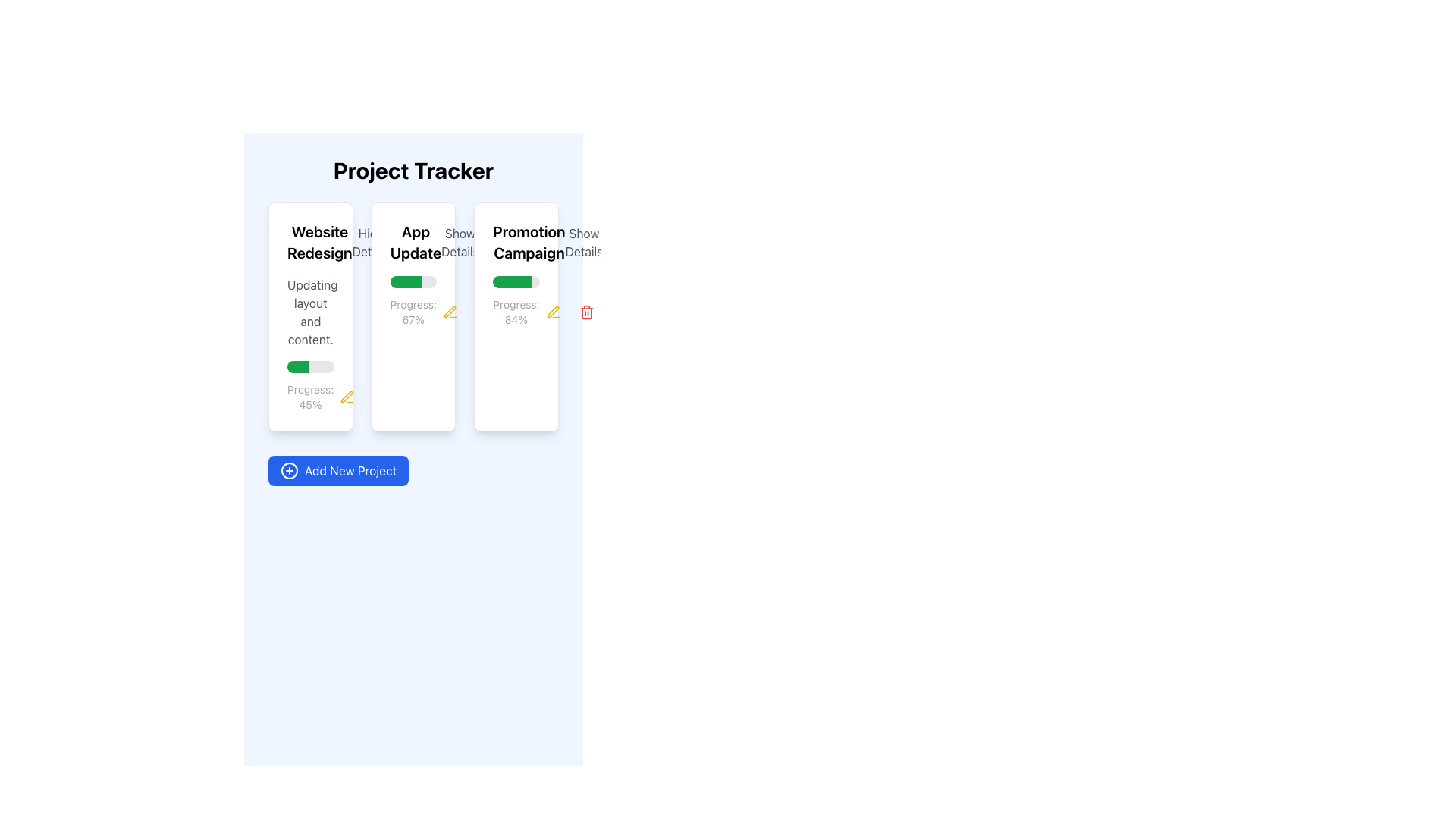 Image resolution: width=1456 pixels, height=819 pixels. Describe the element at coordinates (337, 470) in the screenshot. I see `the 'Add New Project' button located below three project cards in the 'Project Tracker' section to initiate the creation of a new project` at that location.